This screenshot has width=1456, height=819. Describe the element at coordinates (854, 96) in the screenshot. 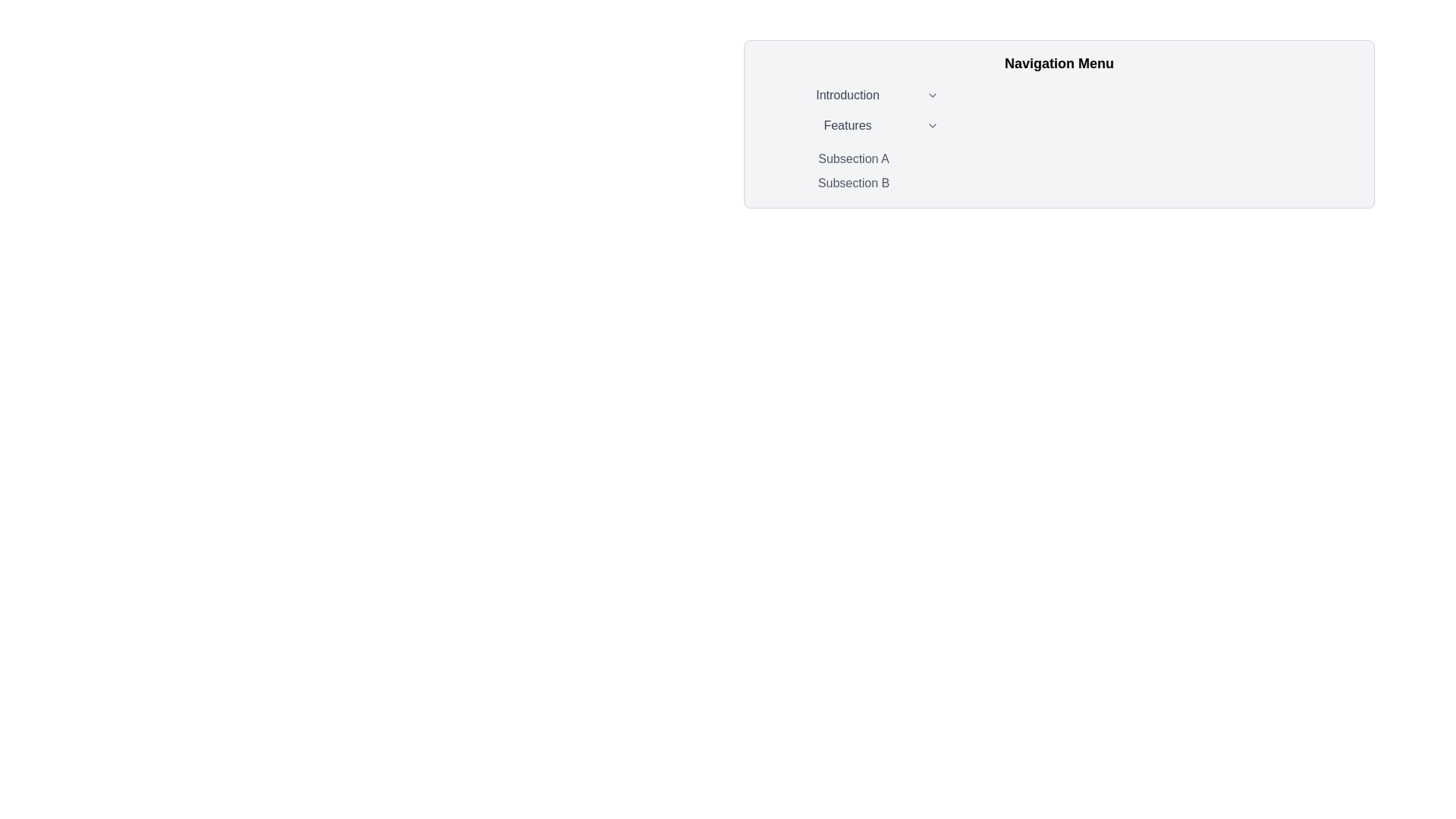

I see `the 'Introduction' text in the navigation menu` at that location.